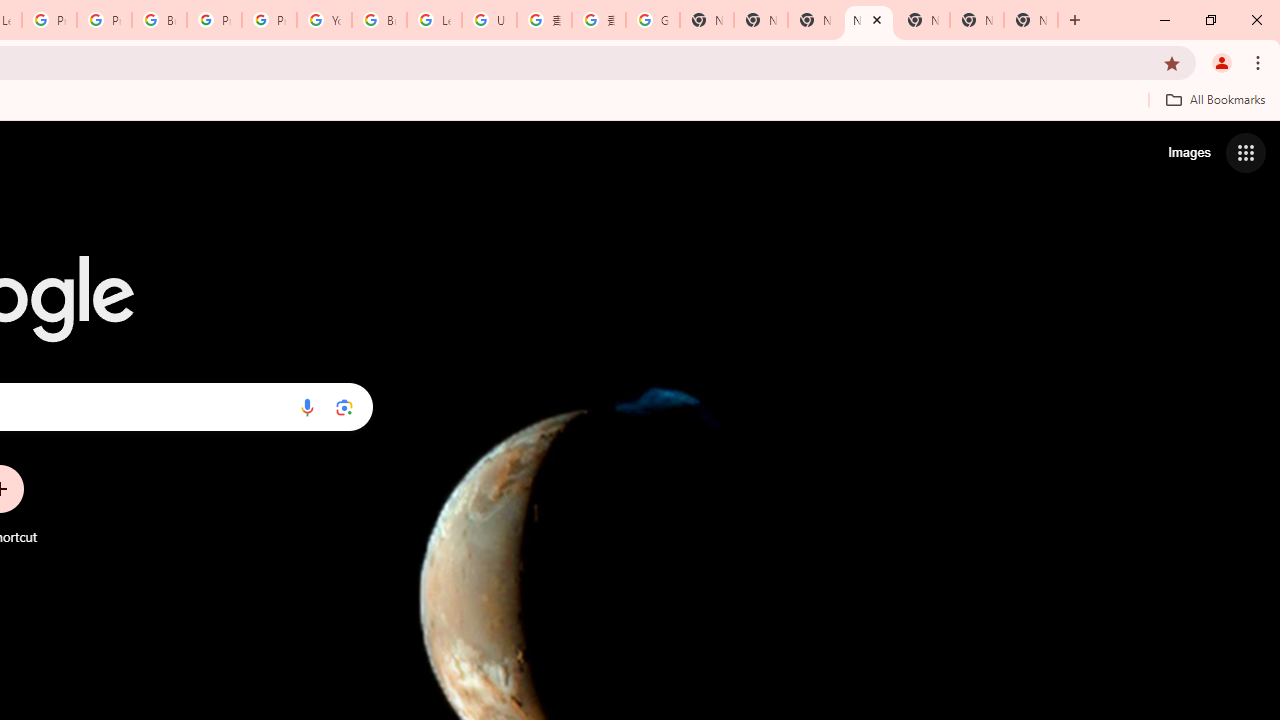 This screenshot has width=1280, height=720. Describe the element at coordinates (652, 20) in the screenshot. I see `'Google Images'` at that location.